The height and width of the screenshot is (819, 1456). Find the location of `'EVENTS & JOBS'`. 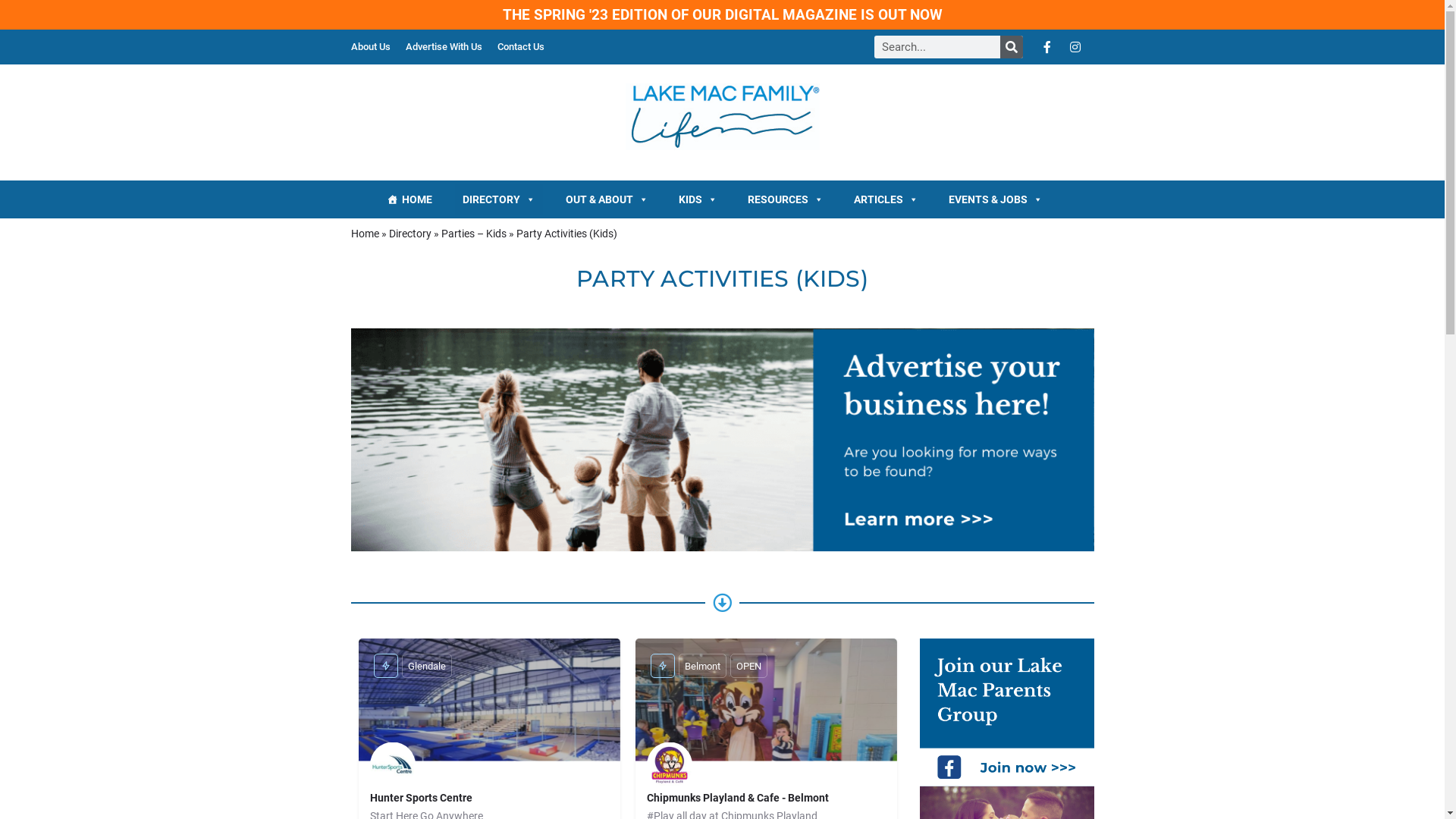

'EVENTS & JOBS' is located at coordinates (996, 198).